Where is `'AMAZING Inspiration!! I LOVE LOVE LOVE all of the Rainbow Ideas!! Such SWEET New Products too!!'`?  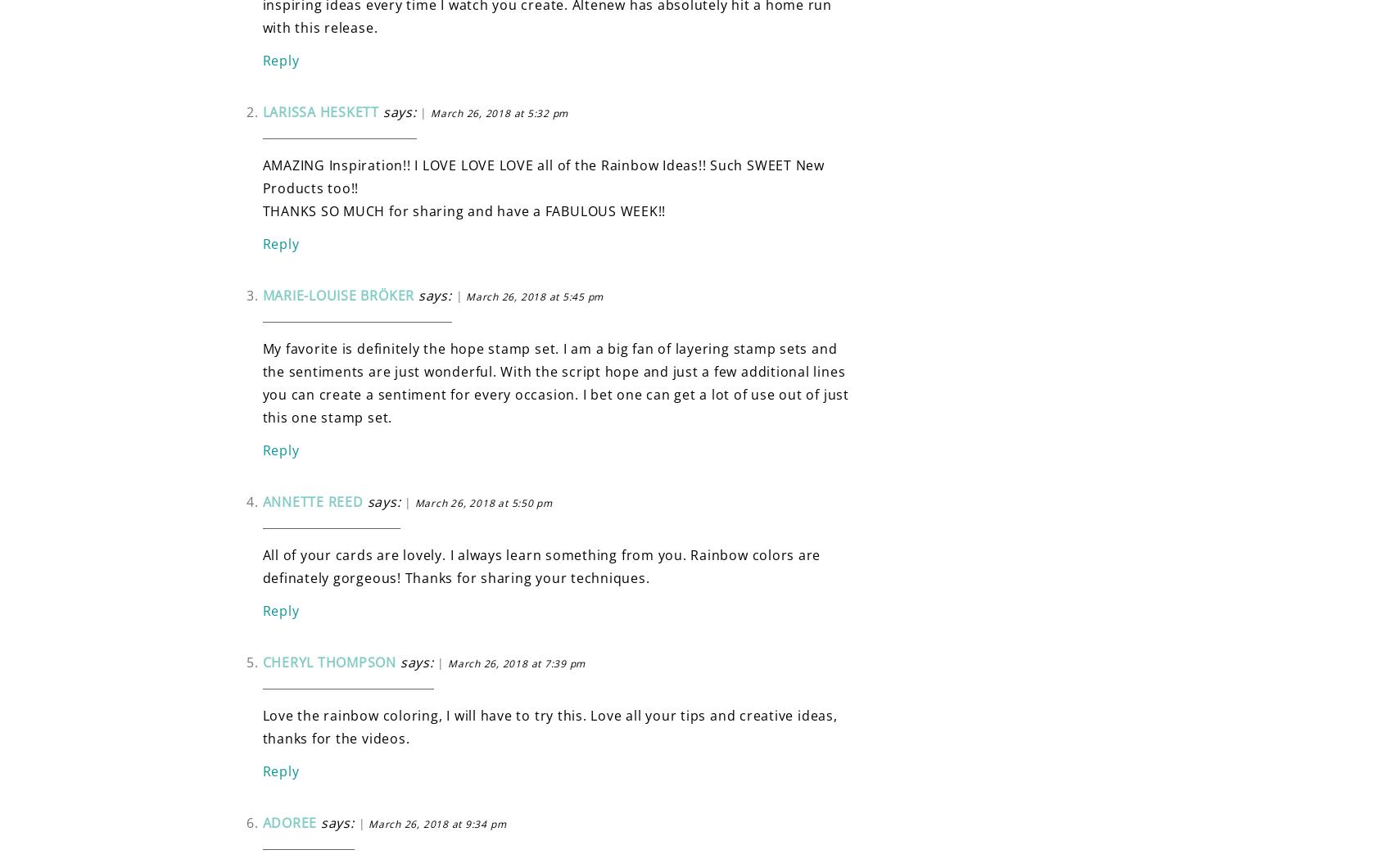 'AMAZING Inspiration!! I LOVE LOVE LOVE all of the Rainbow Ideas!! Such SWEET New Products too!!' is located at coordinates (542, 174).